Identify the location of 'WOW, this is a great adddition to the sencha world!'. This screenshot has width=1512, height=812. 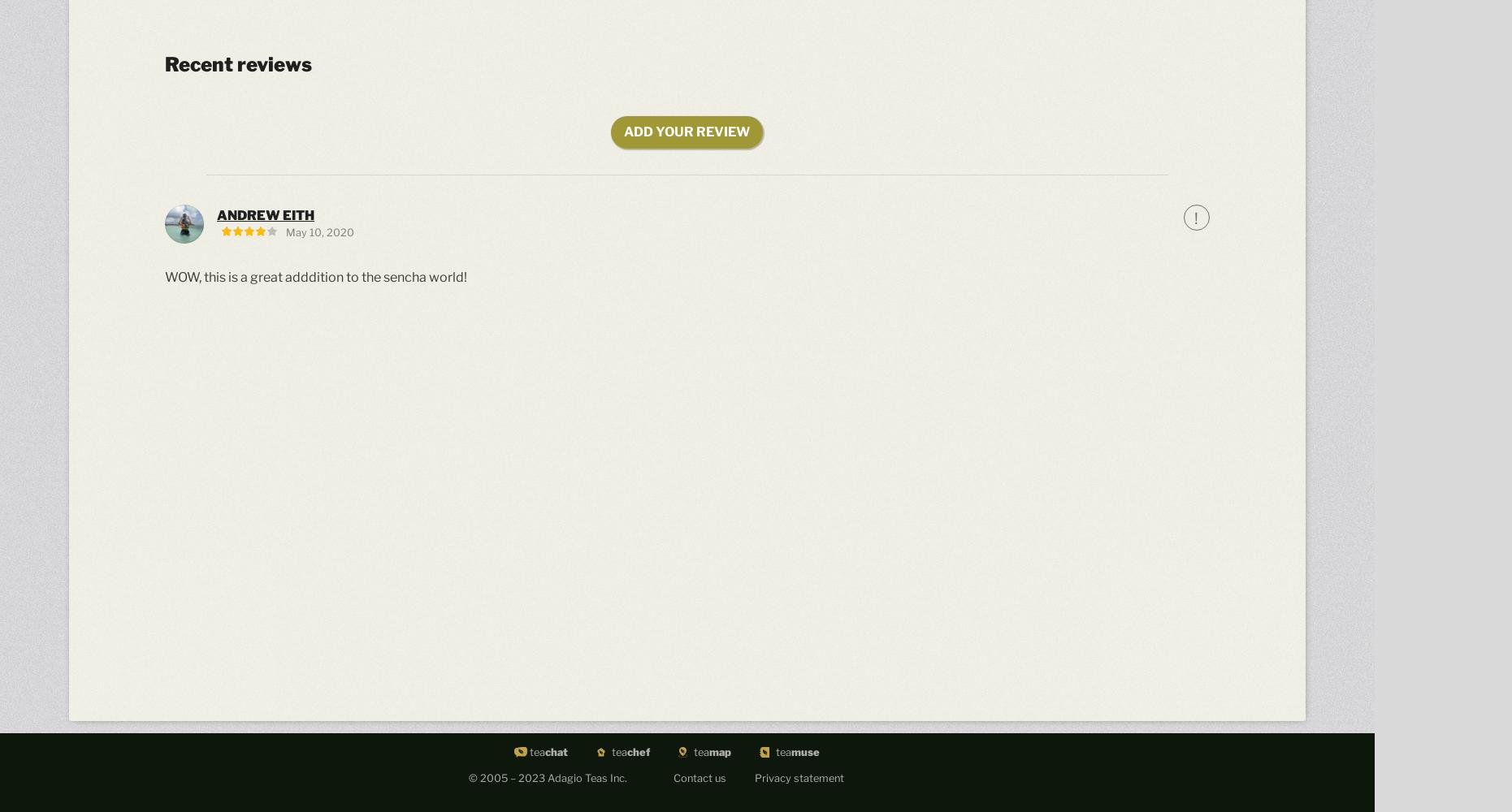
(315, 275).